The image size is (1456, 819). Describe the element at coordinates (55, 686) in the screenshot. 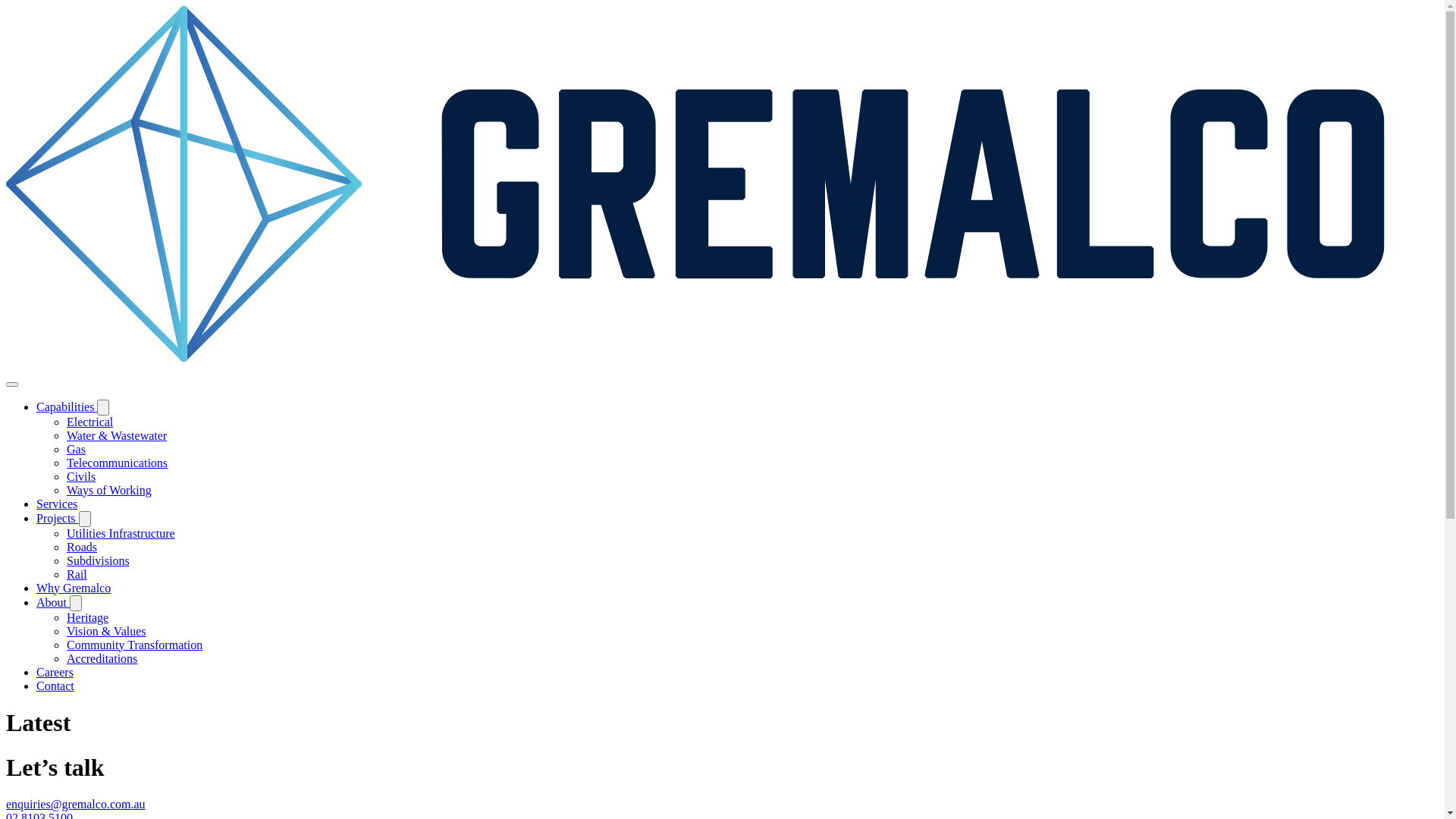

I see `'Contact'` at that location.